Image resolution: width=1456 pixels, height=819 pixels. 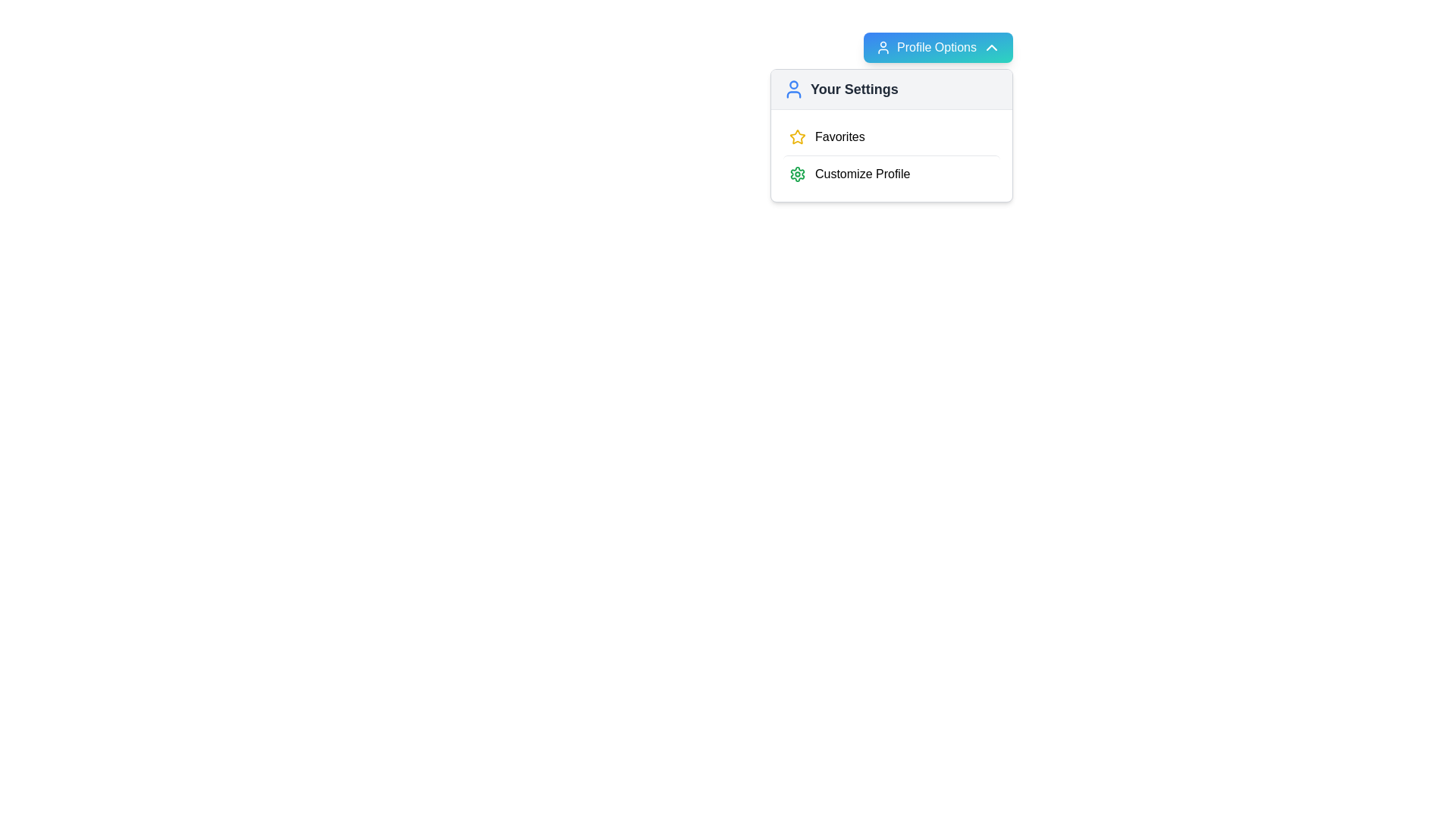 I want to click on the 'Customize Profile' button, which is a rectangular button with a green settings icon and black text, located in the 'Your Settings' dropdown menu, so click(x=892, y=173).